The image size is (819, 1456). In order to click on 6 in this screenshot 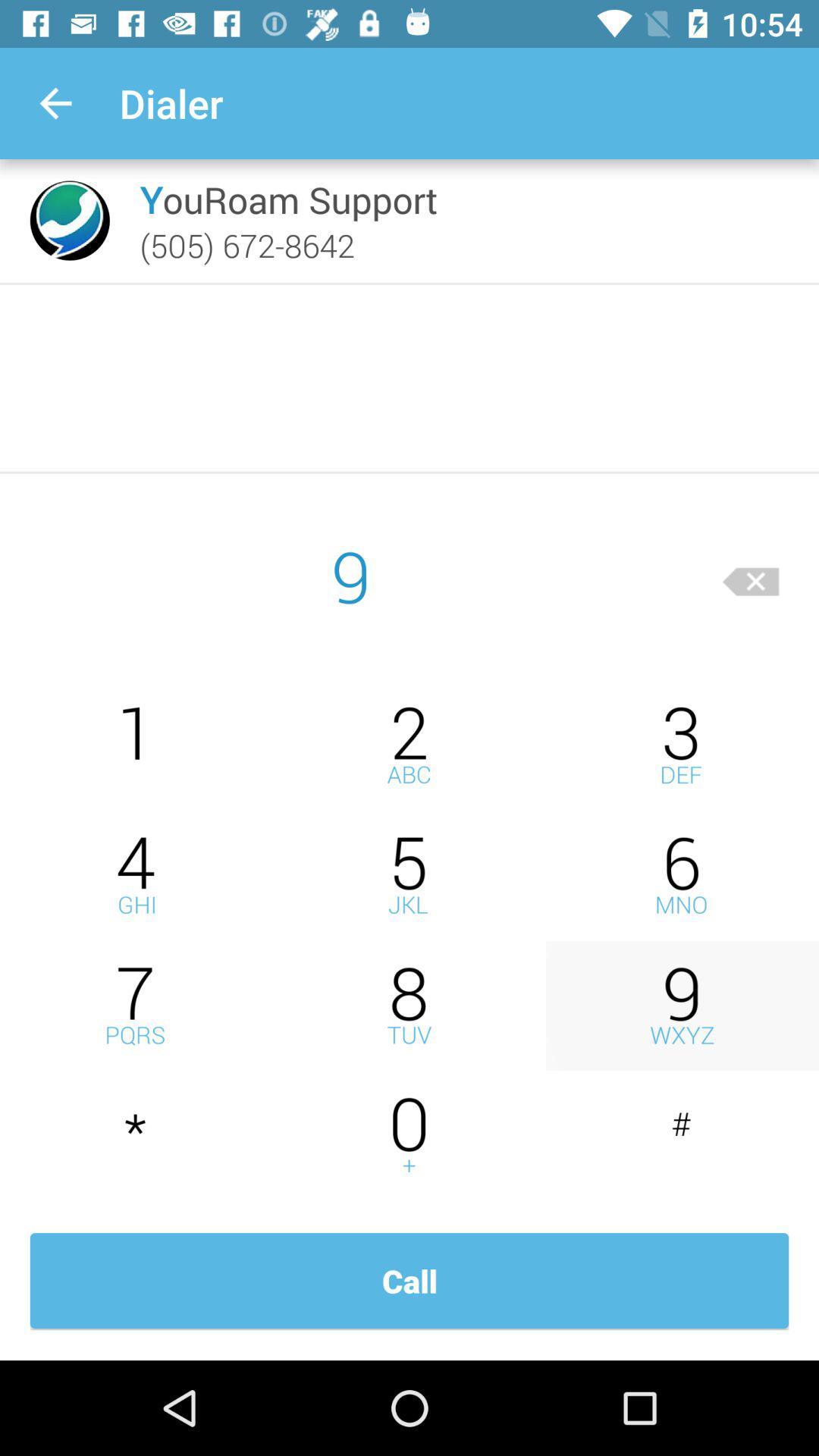, I will do `click(681, 875)`.